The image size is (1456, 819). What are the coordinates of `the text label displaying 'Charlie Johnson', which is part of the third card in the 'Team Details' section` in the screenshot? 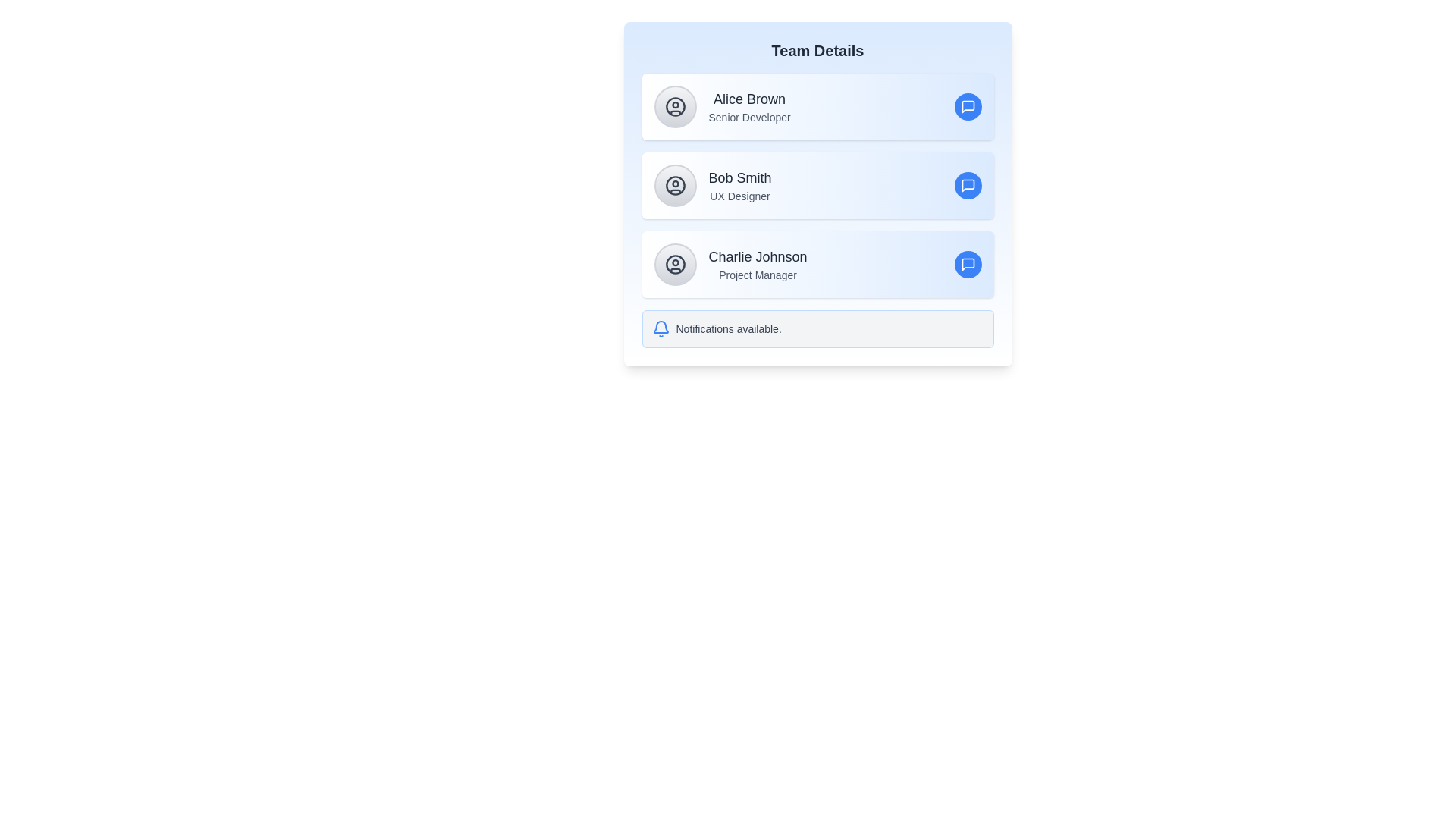 It's located at (758, 256).